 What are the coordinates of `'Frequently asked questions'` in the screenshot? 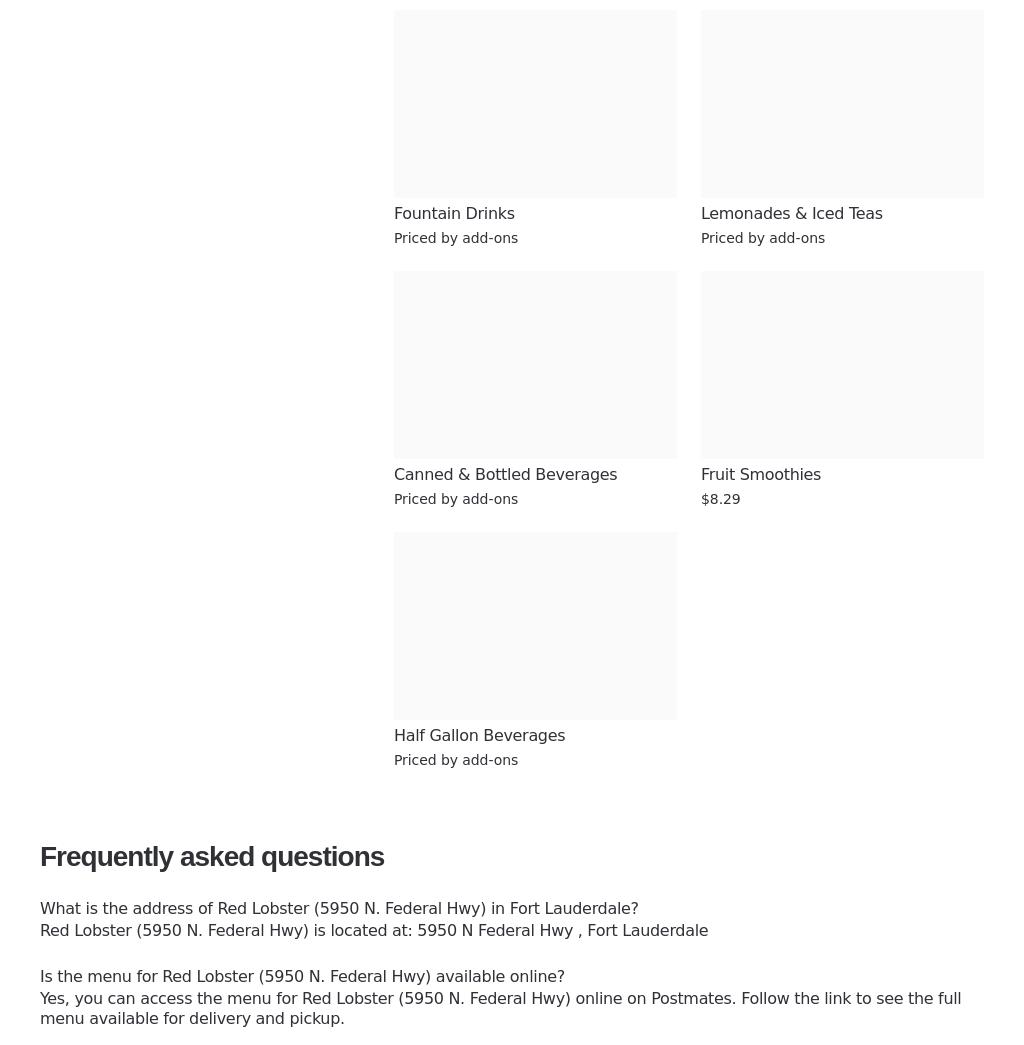 It's located at (211, 855).